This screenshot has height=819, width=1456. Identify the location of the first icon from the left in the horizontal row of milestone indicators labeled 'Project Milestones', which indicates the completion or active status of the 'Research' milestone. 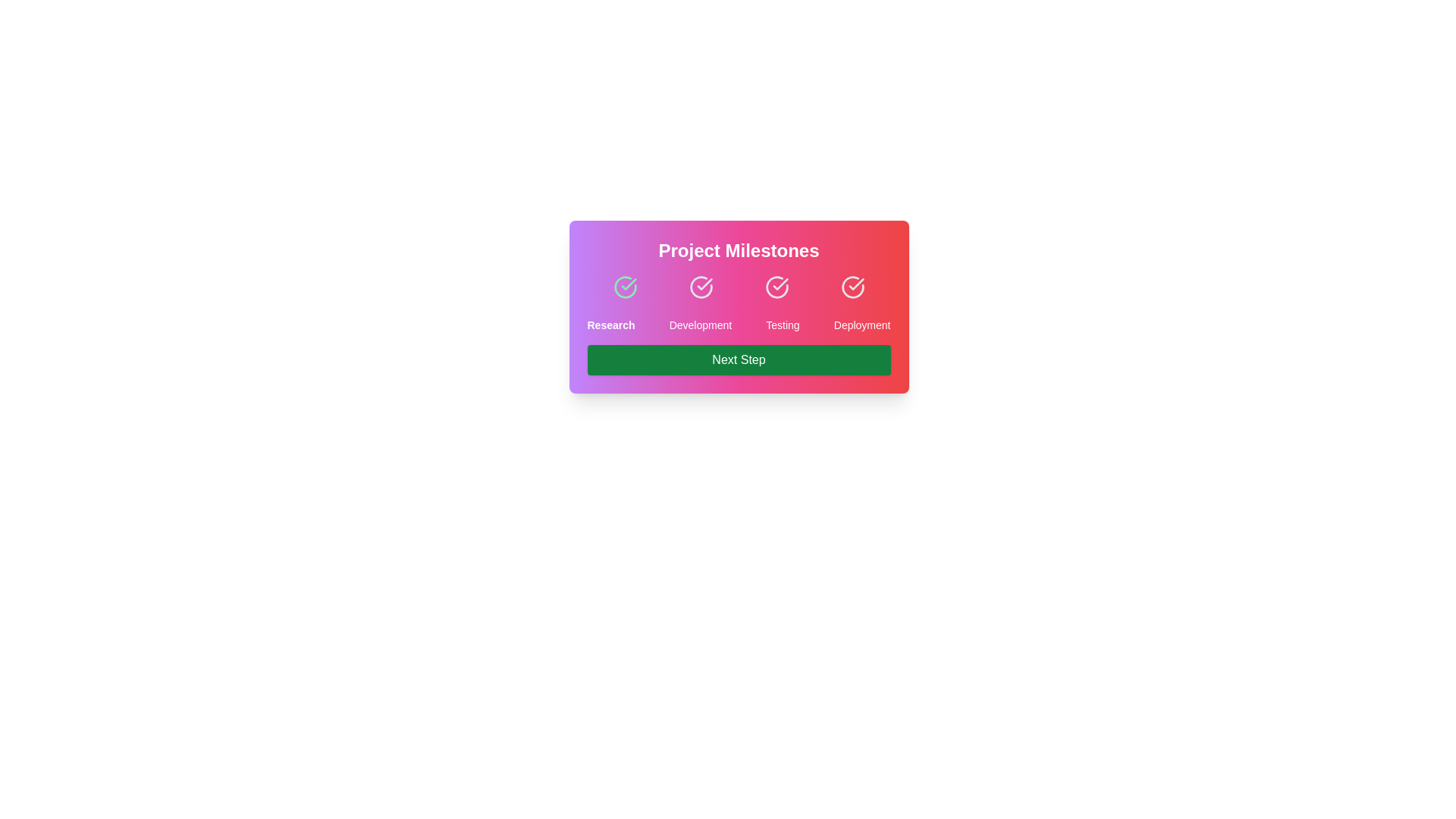
(625, 287).